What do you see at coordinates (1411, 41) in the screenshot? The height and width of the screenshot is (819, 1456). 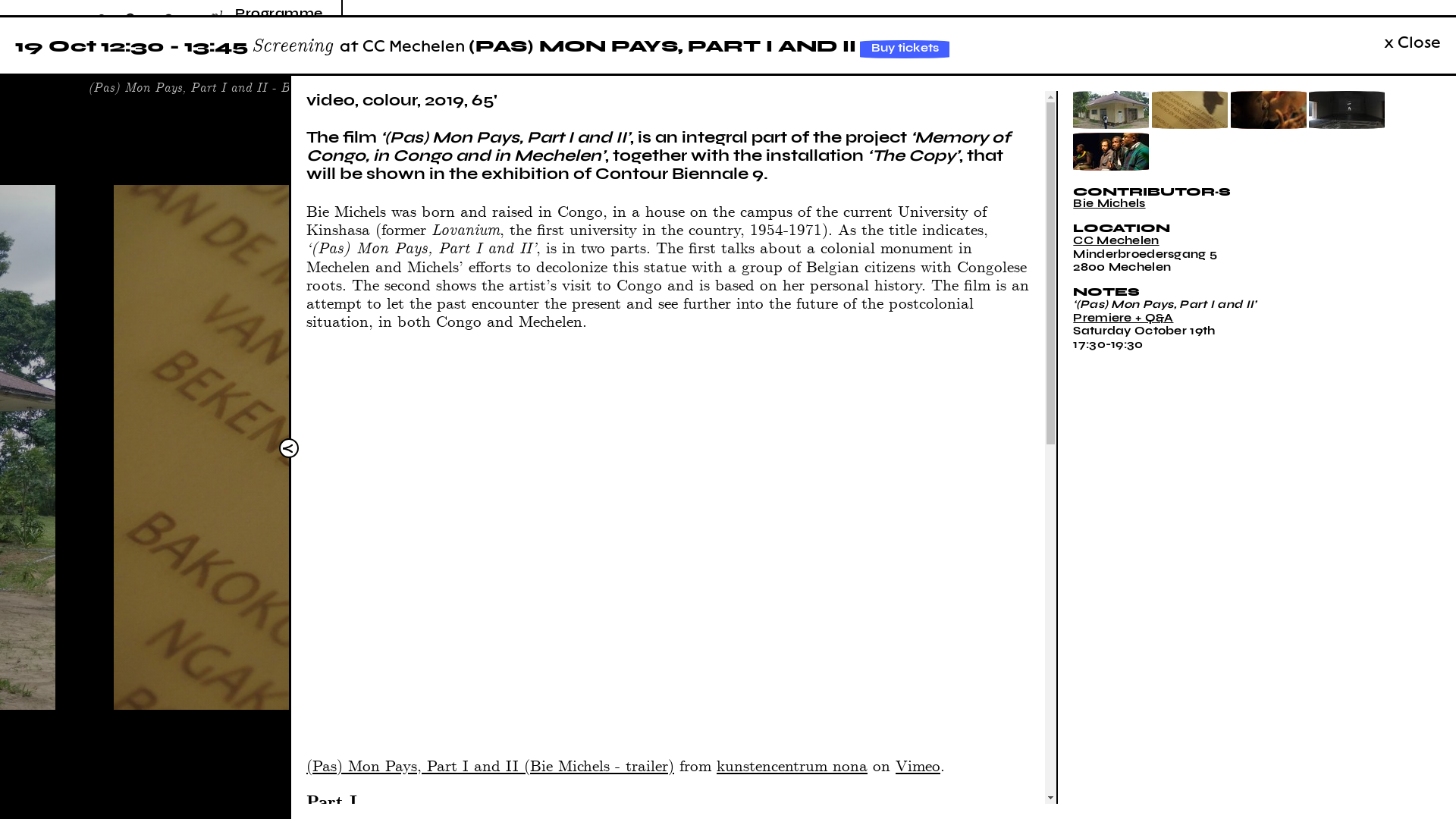 I see `'x Close'` at bounding box center [1411, 41].